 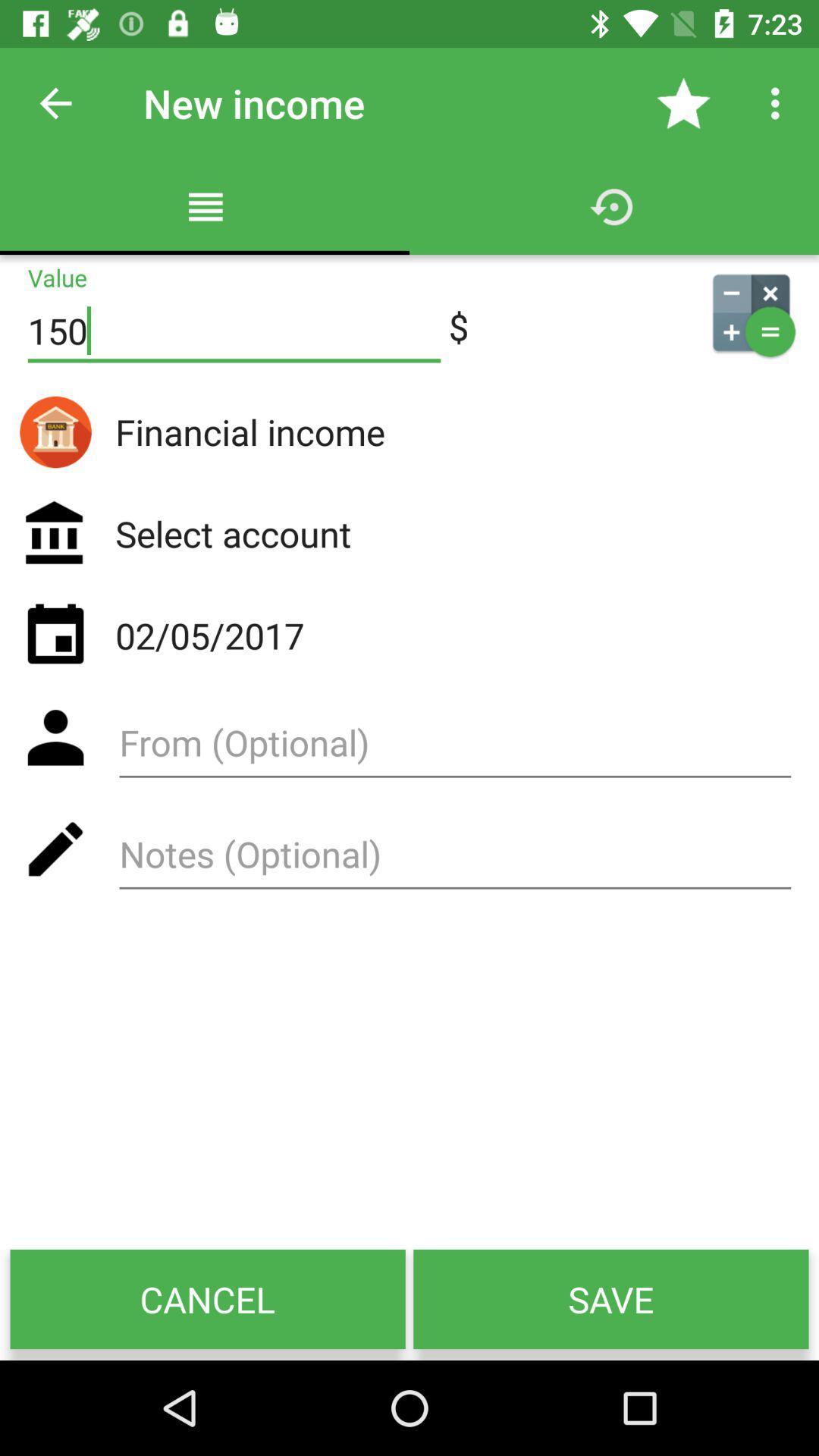 I want to click on type from who, so click(x=454, y=748).